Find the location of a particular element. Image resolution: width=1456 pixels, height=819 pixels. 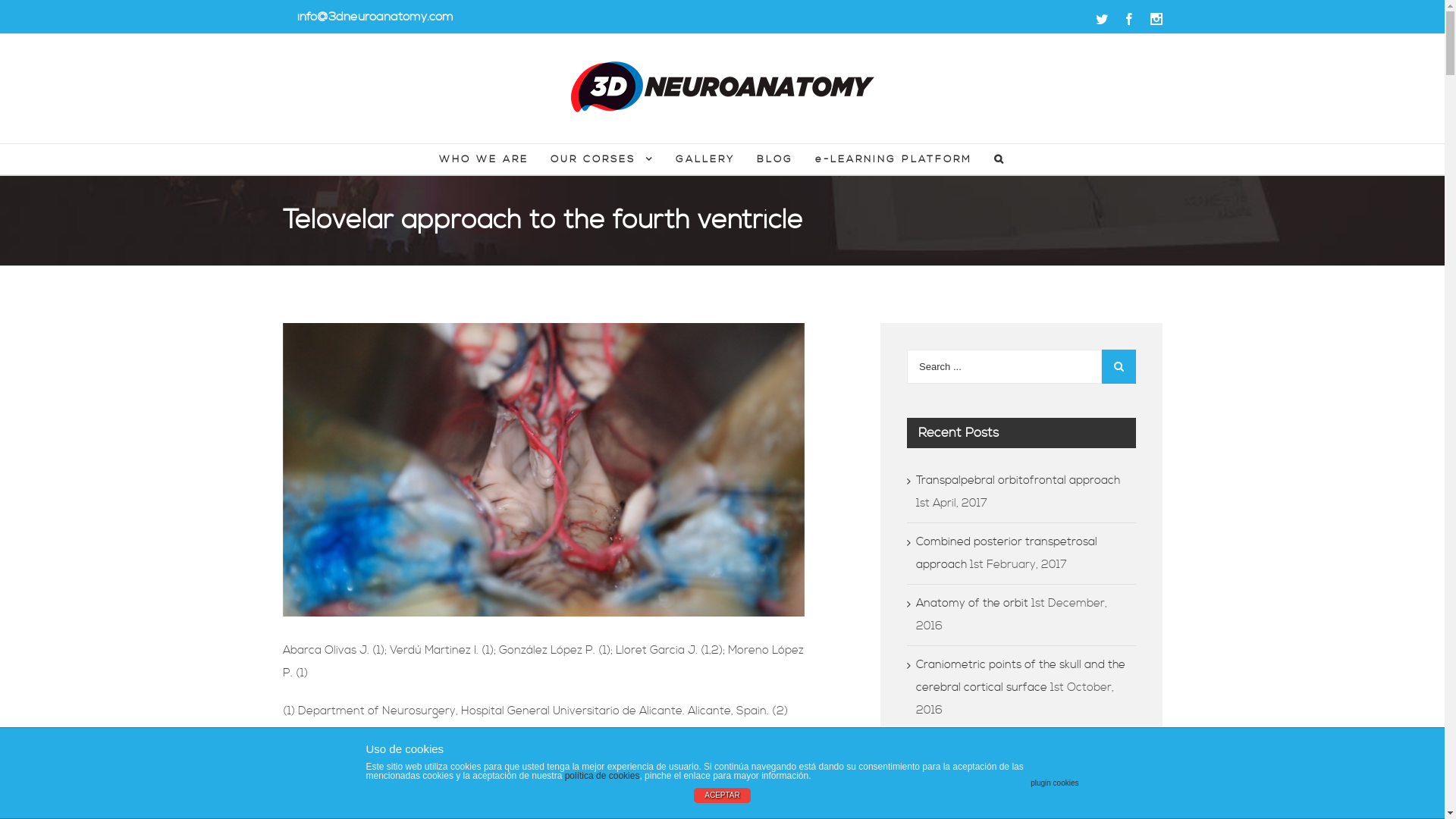

'OUR CORSES' is located at coordinates (601, 158).